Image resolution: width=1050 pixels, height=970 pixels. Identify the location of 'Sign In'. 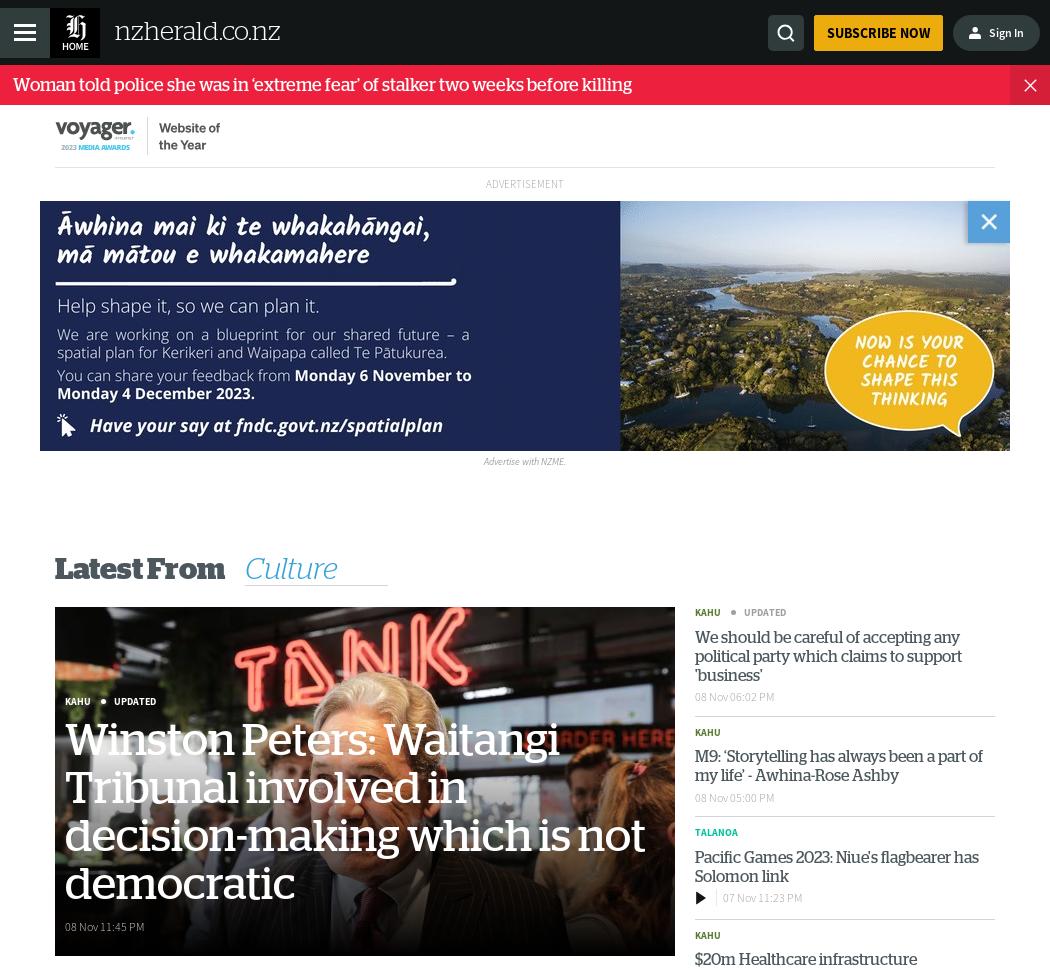
(988, 31).